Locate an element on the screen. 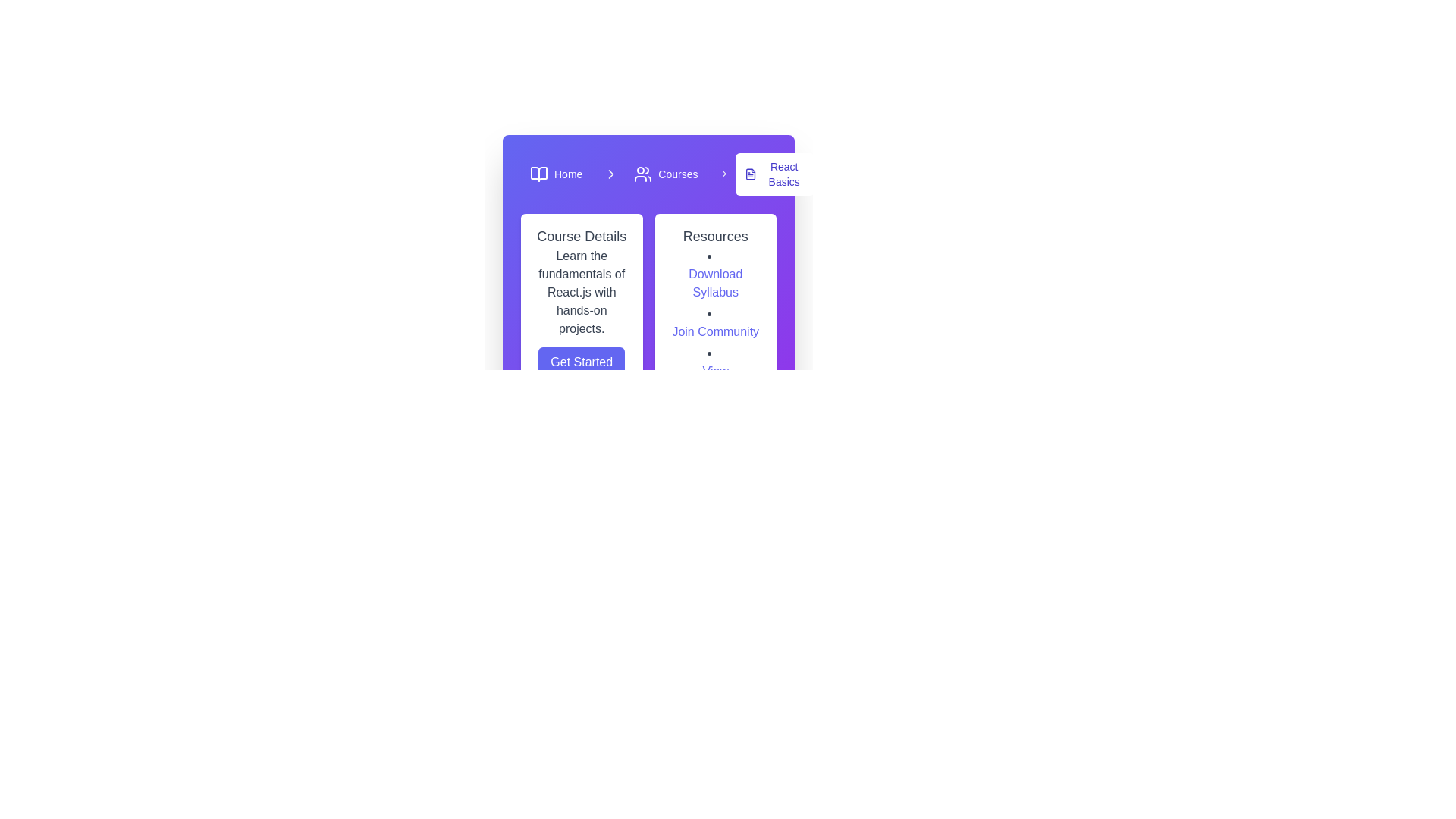  the text 'React Basics' in the navigation menu is located at coordinates (784, 174).